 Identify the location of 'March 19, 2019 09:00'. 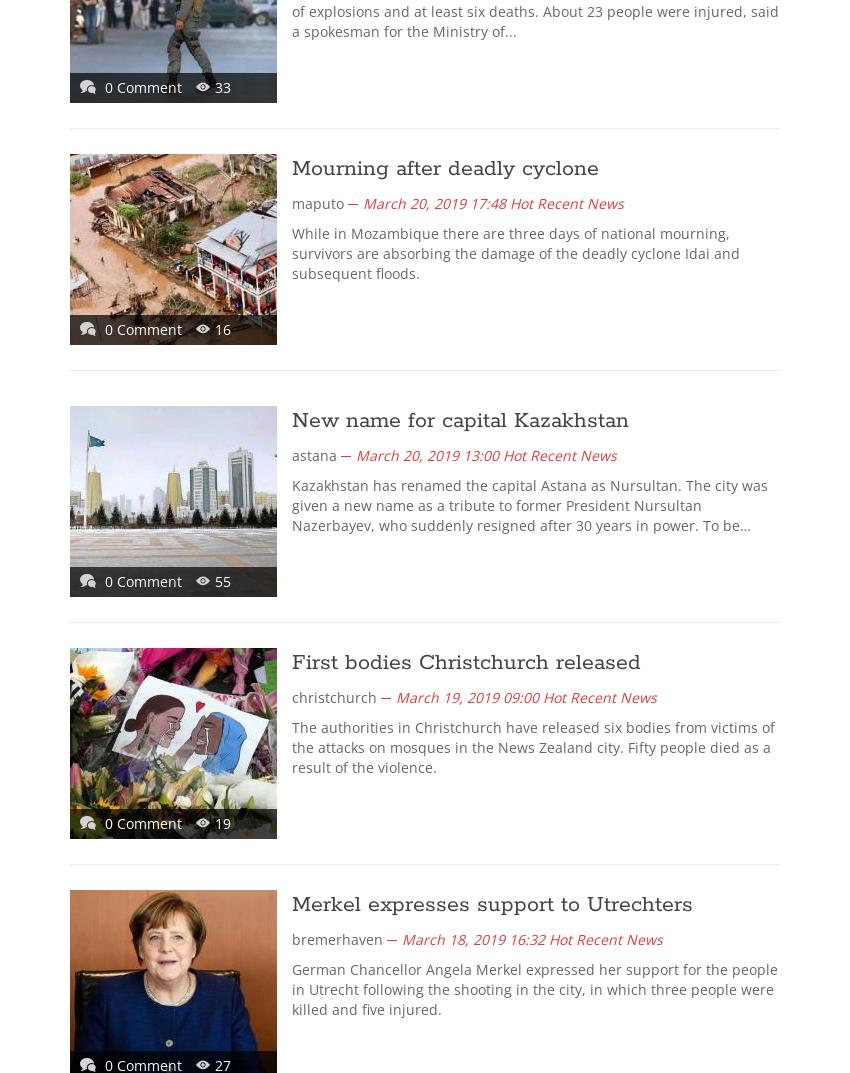
(396, 697).